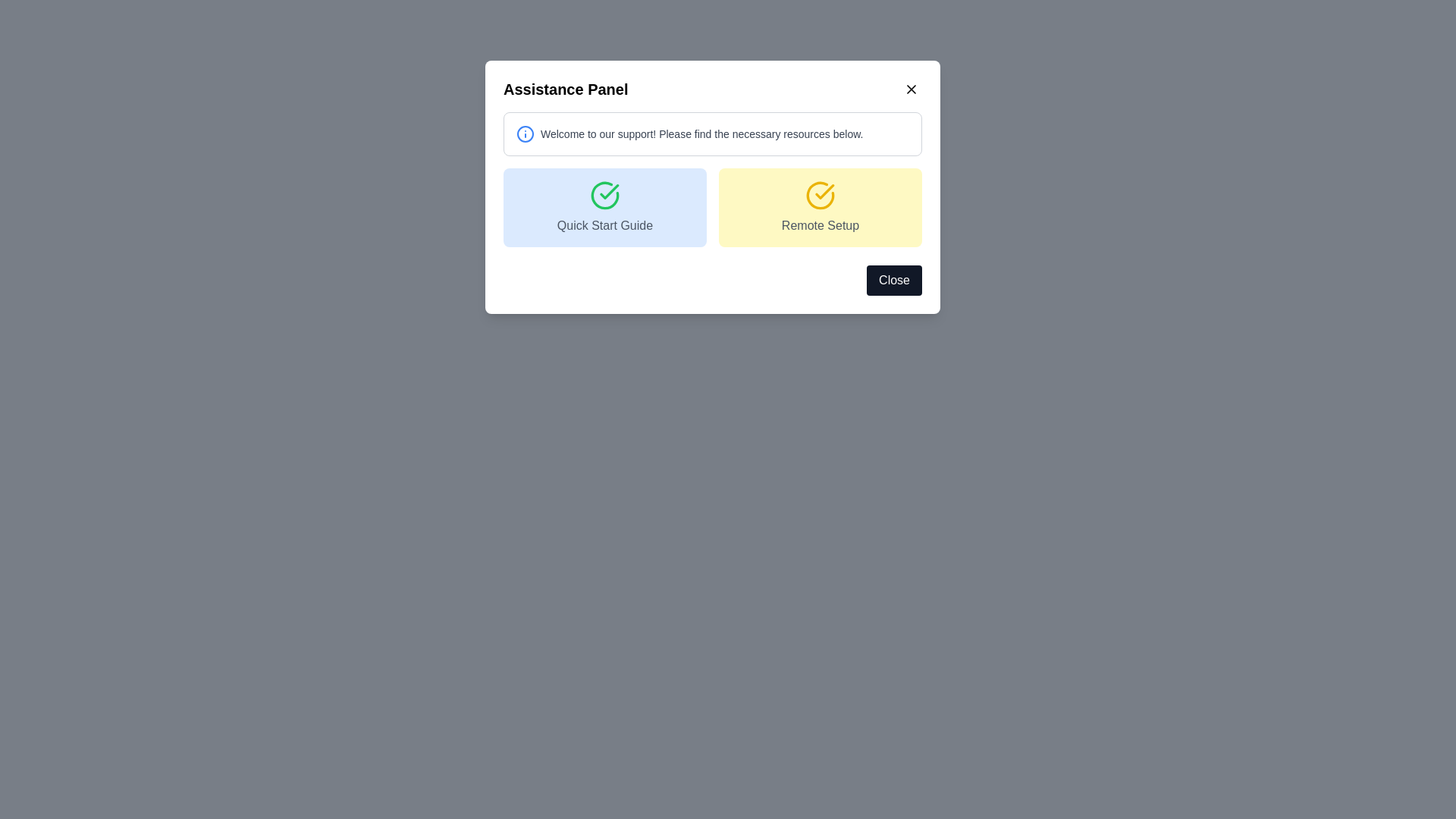 This screenshot has height=819, width=1456. I want to click on the close button icon located in the top-right corner of the 'Assistance Panel' dialog box, so click(910, 89).